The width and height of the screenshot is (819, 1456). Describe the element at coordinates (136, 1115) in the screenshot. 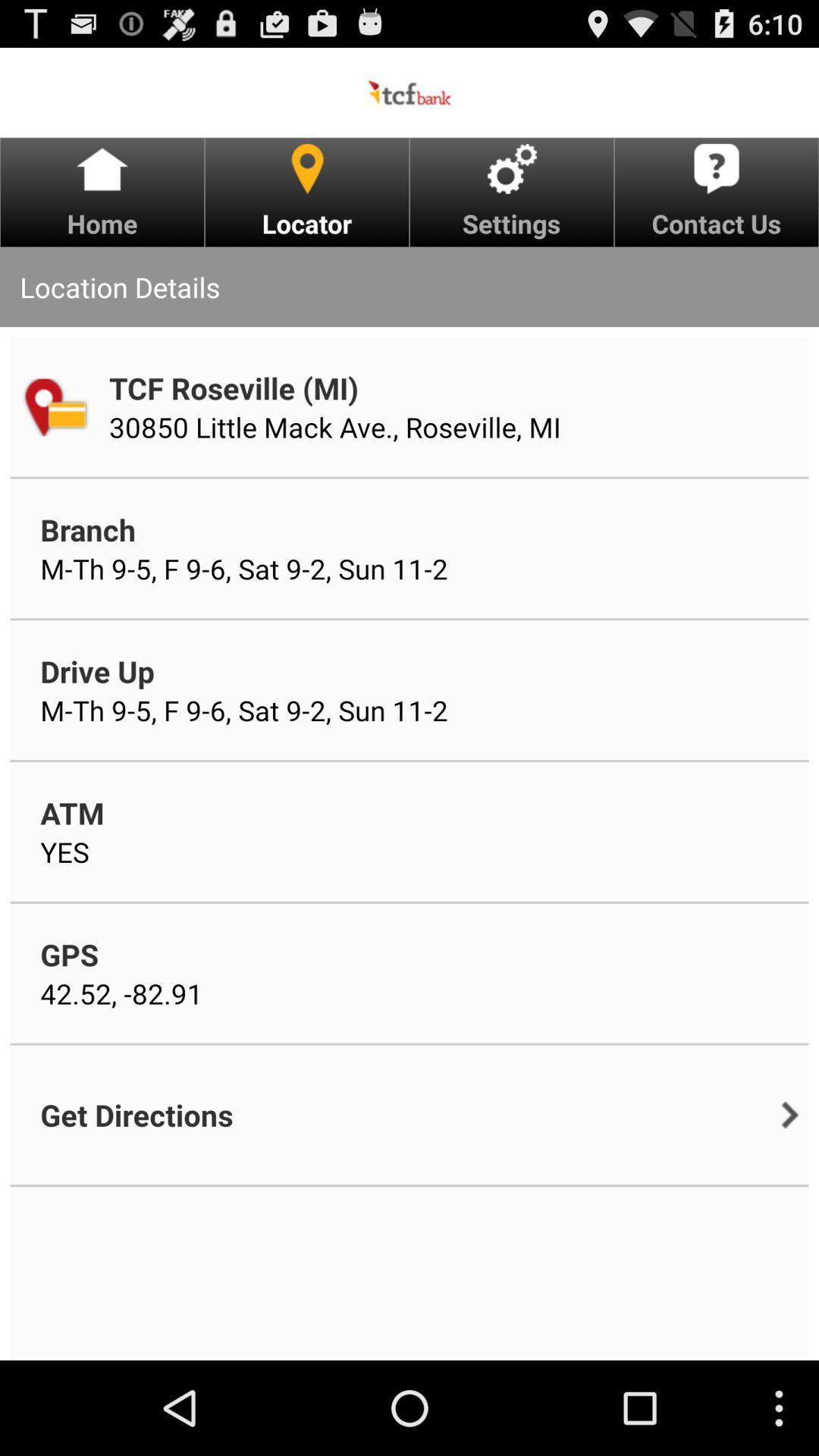

I see `get directions item` at that location.